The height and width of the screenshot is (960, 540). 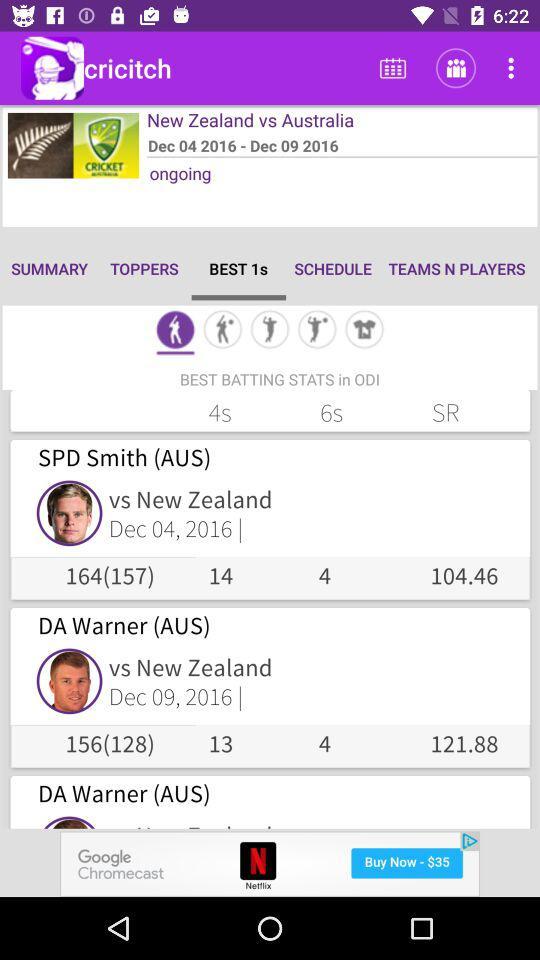 What do you see at coordinates (270, 863) in the screenshot?
I see `buy google chromecast` at bounding box center [270, 863].